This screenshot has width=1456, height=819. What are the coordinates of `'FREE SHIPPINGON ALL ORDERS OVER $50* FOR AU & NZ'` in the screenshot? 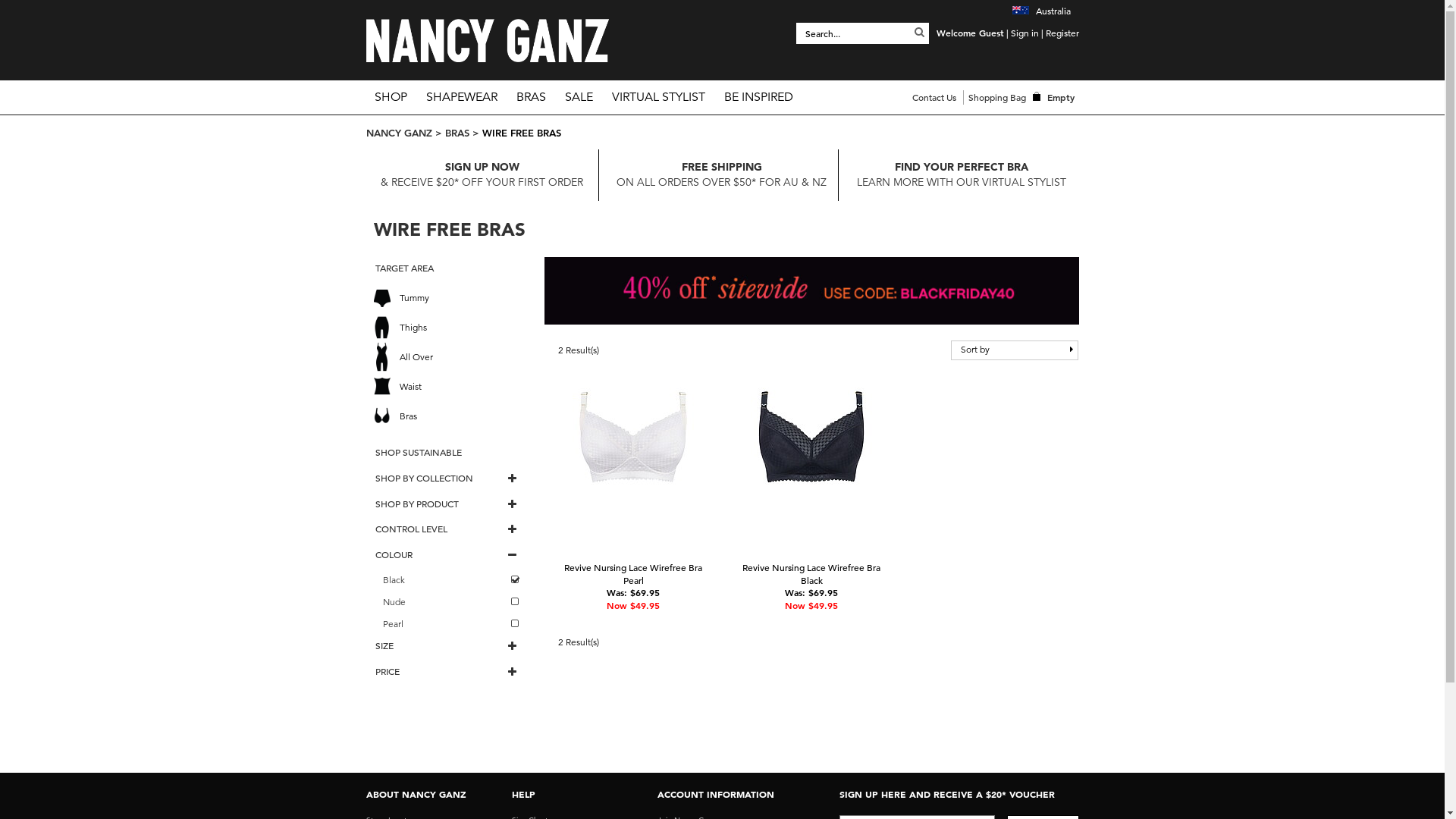 It's located at (720, 174).